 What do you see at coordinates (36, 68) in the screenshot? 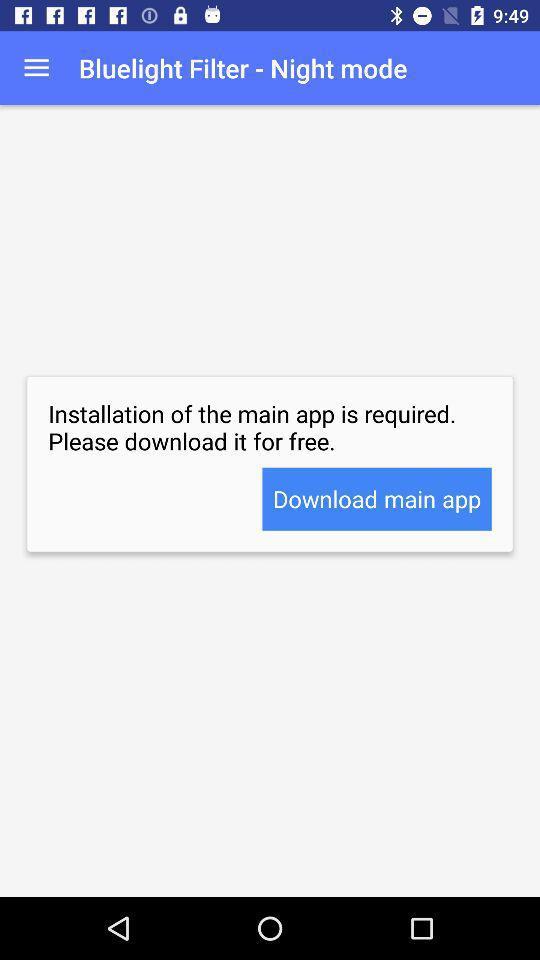
I see `icon at the top left corner` at bounding box center [36, 68].